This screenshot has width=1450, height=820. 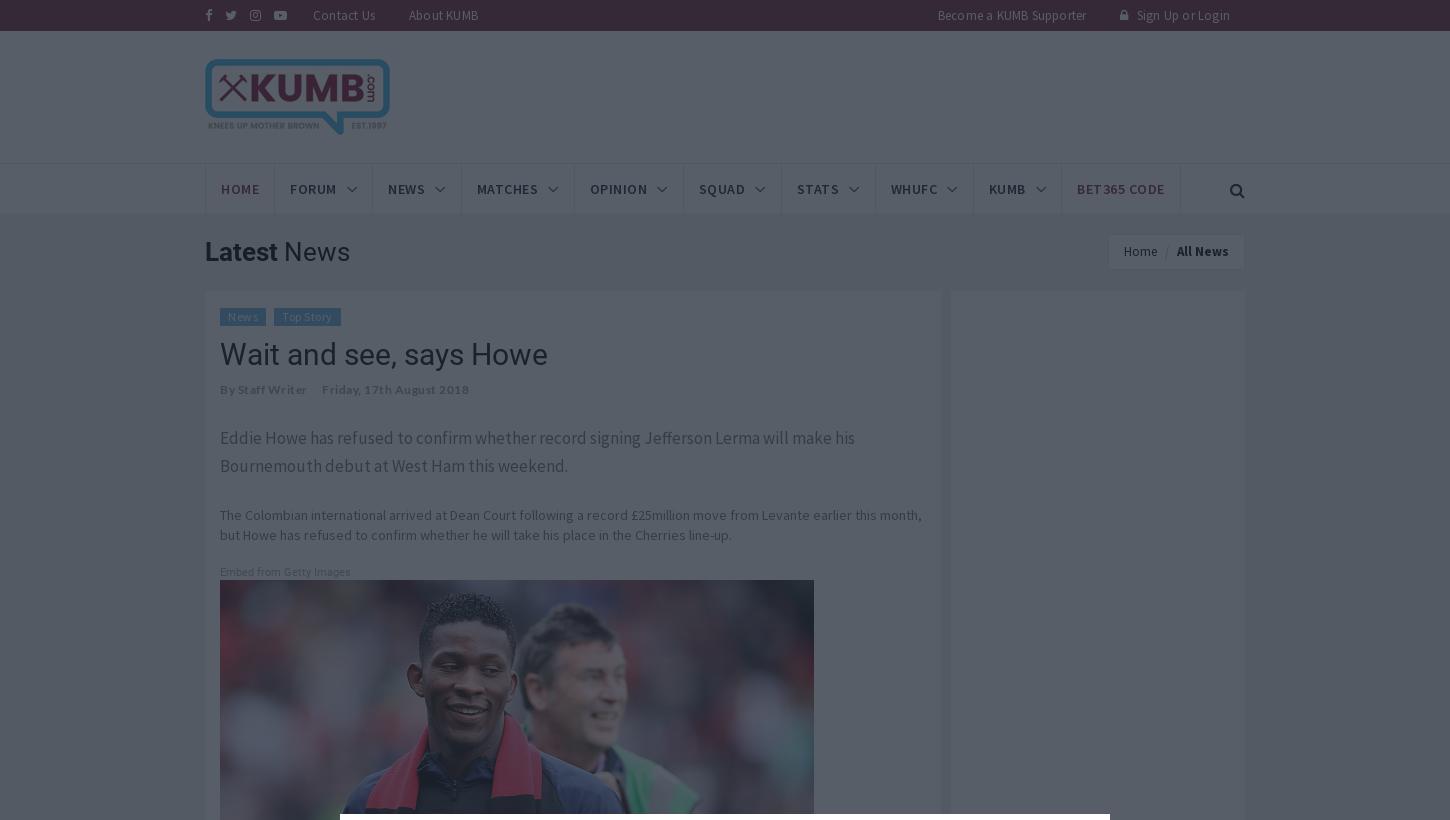 What do you see at coordinates (285, 571) in the screenshot?
I see `'Embed from Getty Images'` at bounding box center [285, 571].